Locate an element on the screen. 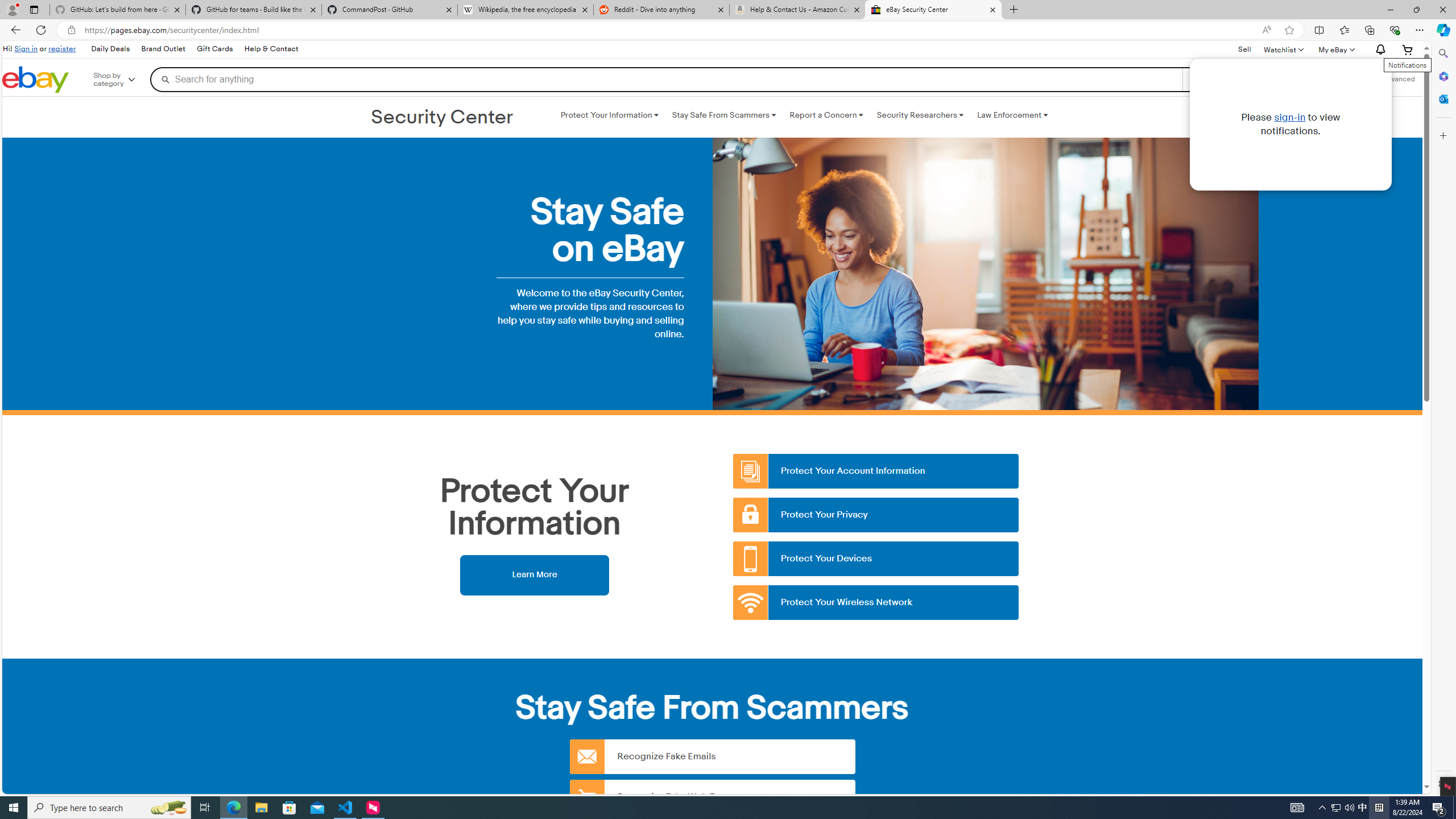  'Advanced Search' is located at coordinates (1398, 78).